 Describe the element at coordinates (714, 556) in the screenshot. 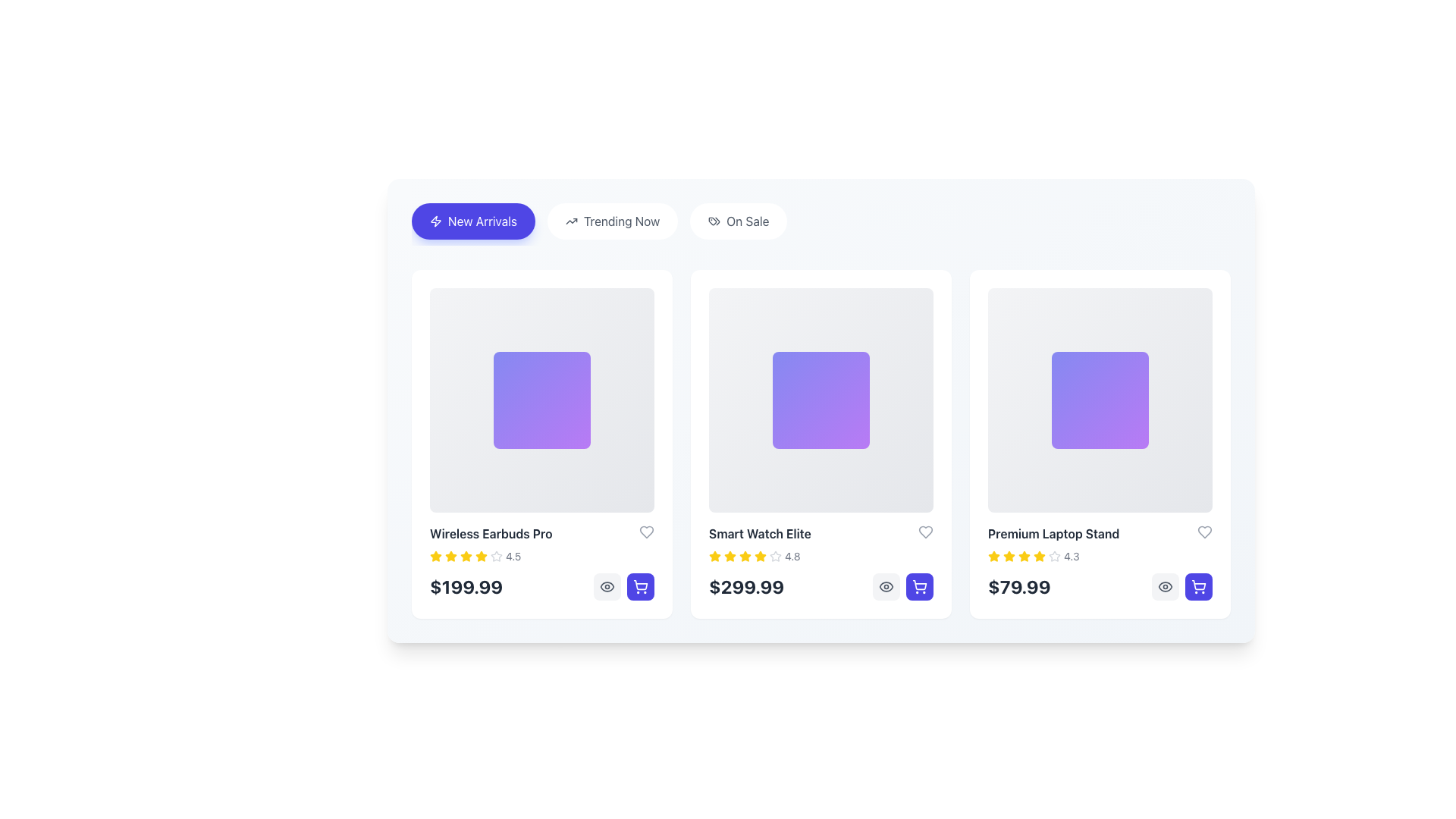

I see `the first filled star icon in the second product card's rating system, which visually represents a unit of rating` at that location.